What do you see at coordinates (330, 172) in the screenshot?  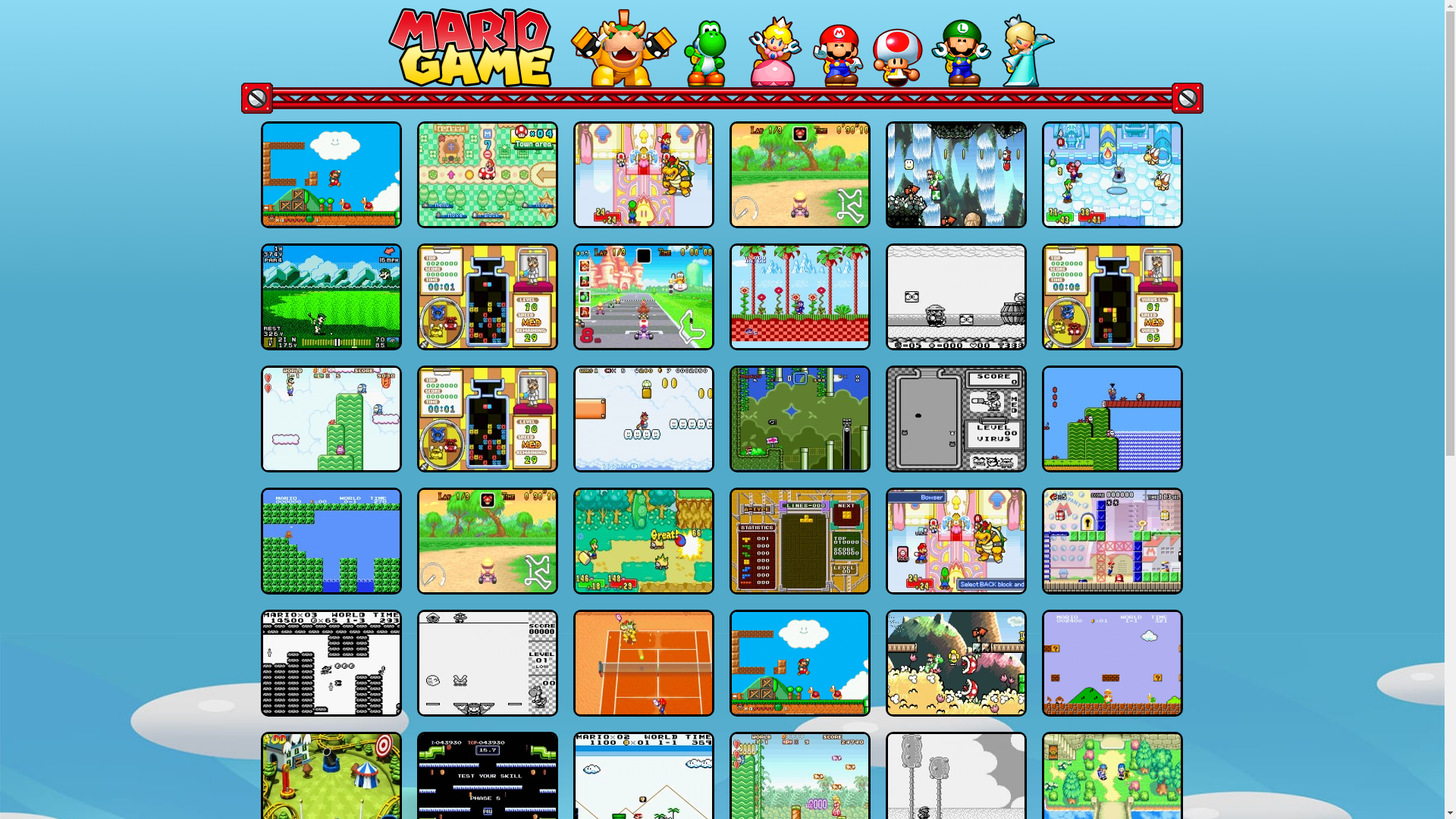 I see `'Super Mario World (Hack)'` at bounding box center [330, 172].